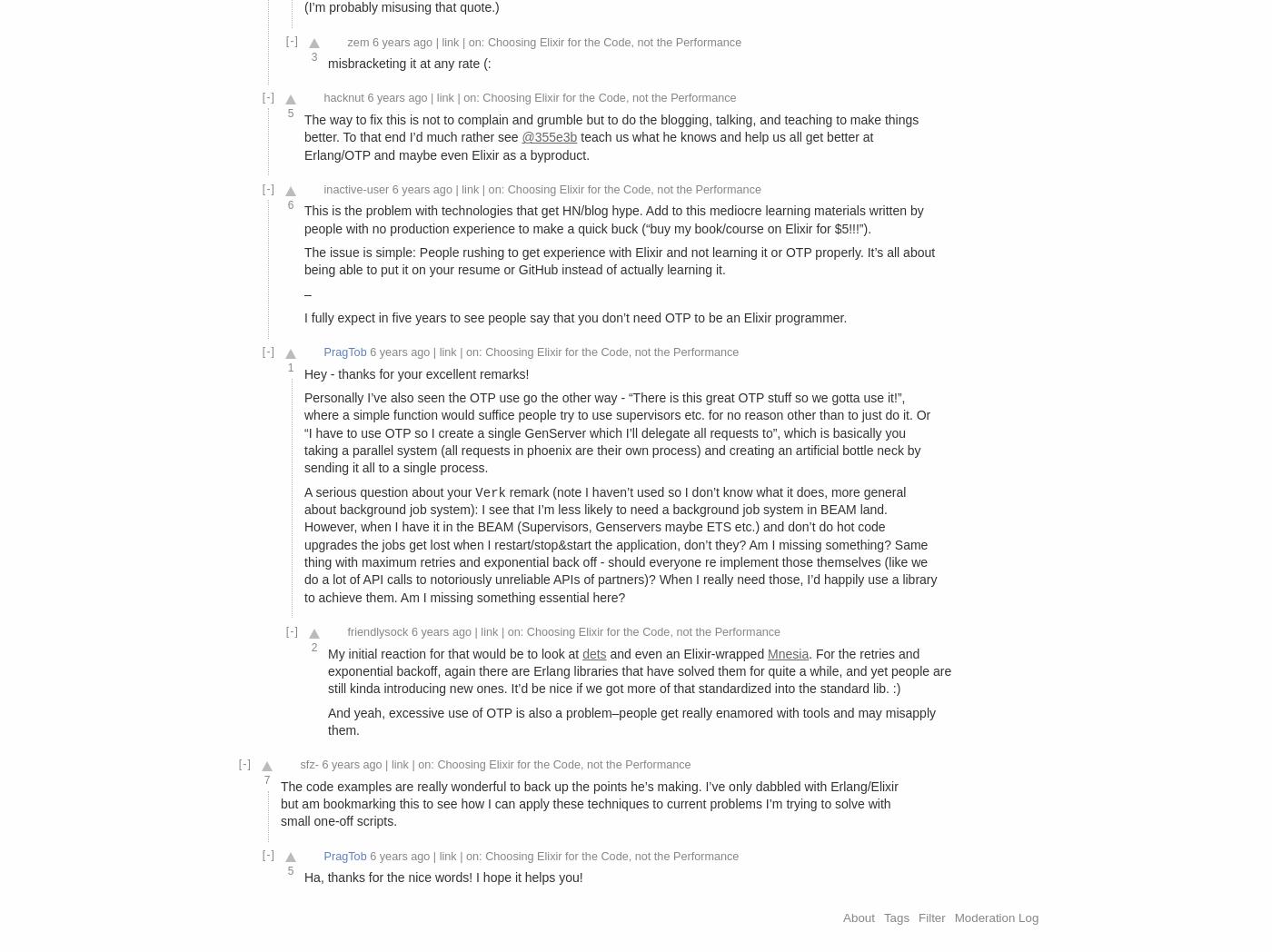 The height and width of the screenshot is (952, 1272). I want to click on 'inactive-user', so click(356, 188).